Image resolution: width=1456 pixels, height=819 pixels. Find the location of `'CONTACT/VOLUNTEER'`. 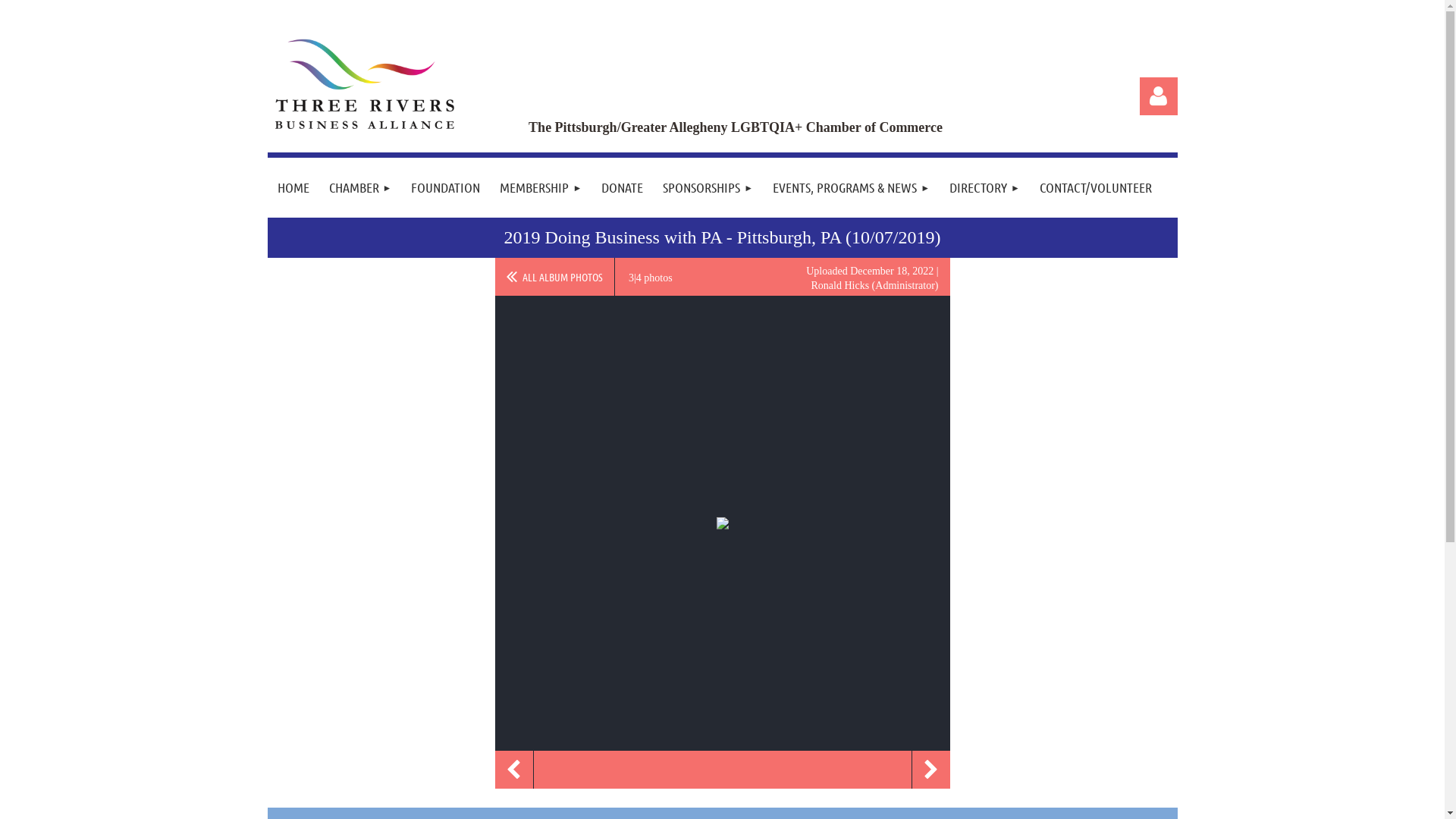

'CONTACT/VOLUNTEER' is located at coordinates (1095, 187).